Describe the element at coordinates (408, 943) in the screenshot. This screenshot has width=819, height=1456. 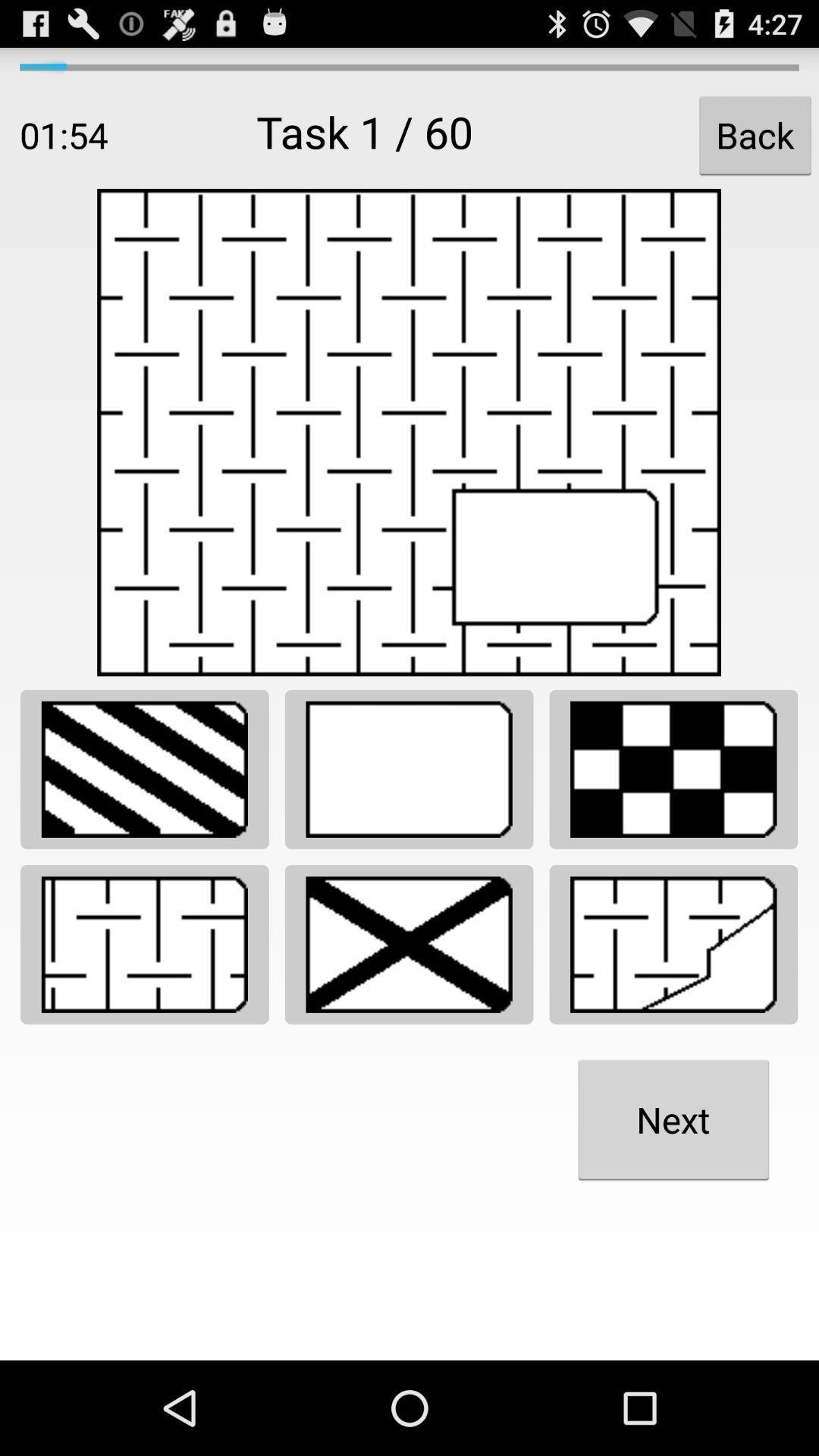
I see `cross shape` at that location.